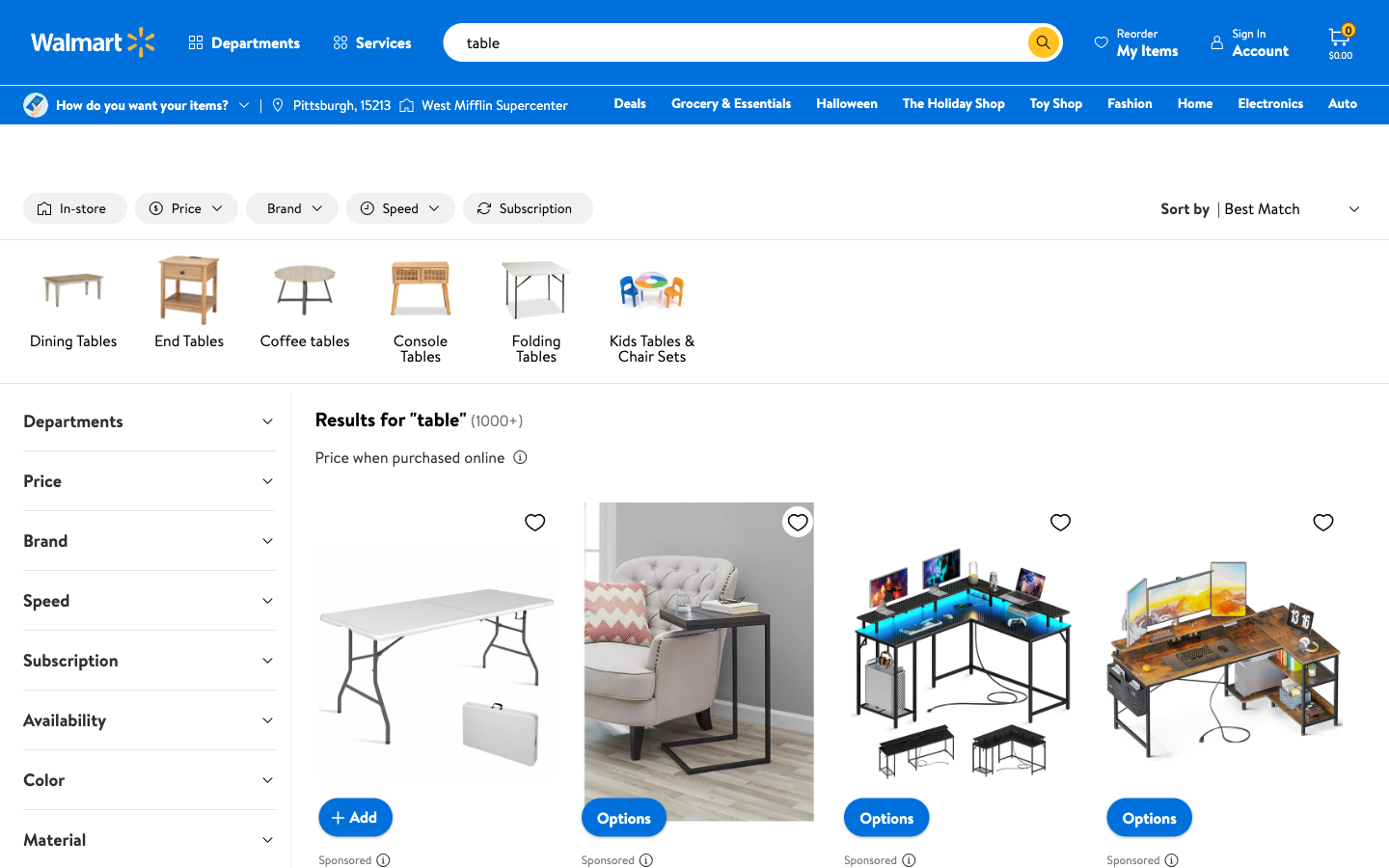  I want to click on Explore options for study tables, so click(1013, 41).